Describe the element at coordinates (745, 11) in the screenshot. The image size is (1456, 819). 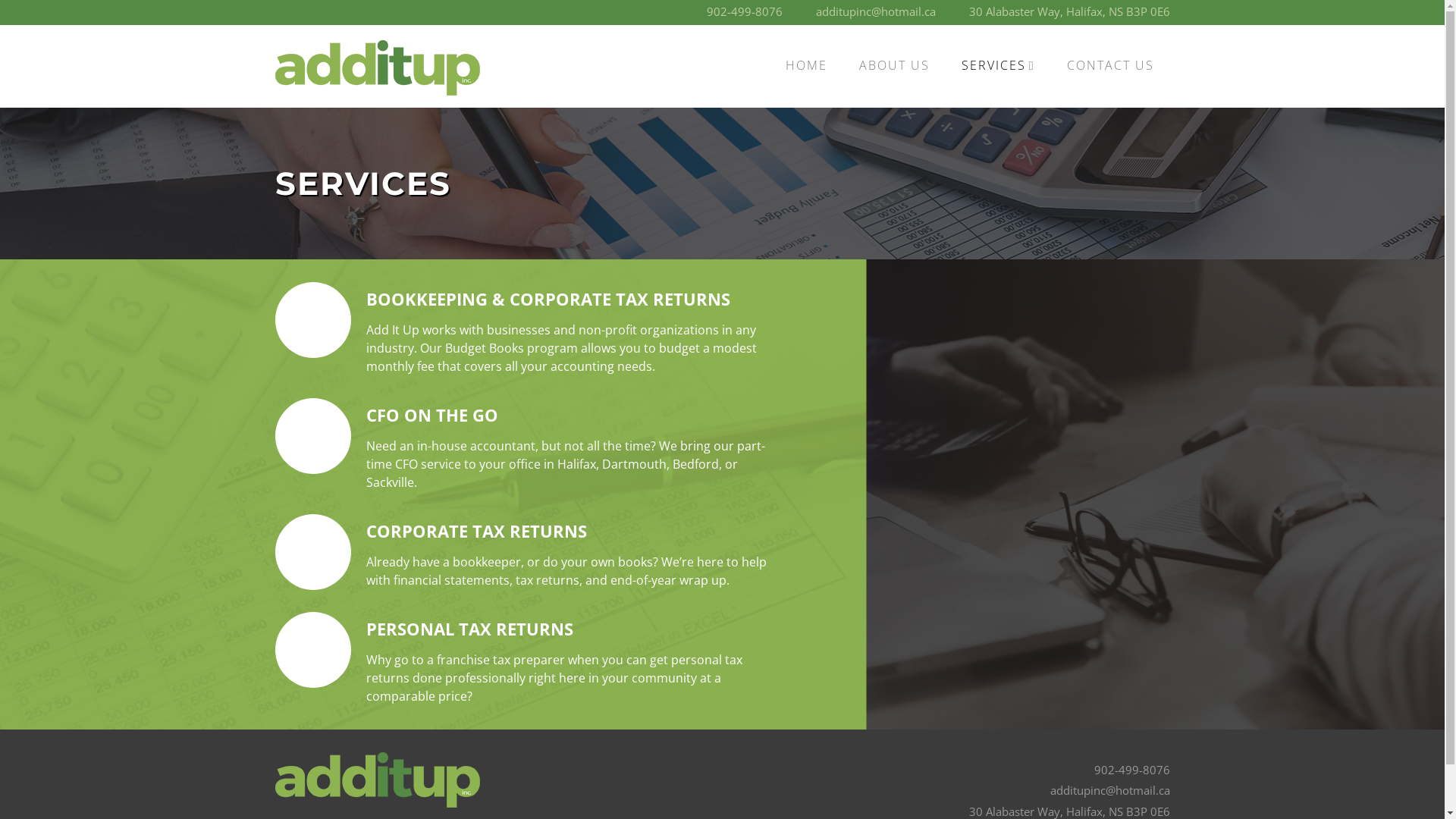
I see `'902-499-8076'` at that location.